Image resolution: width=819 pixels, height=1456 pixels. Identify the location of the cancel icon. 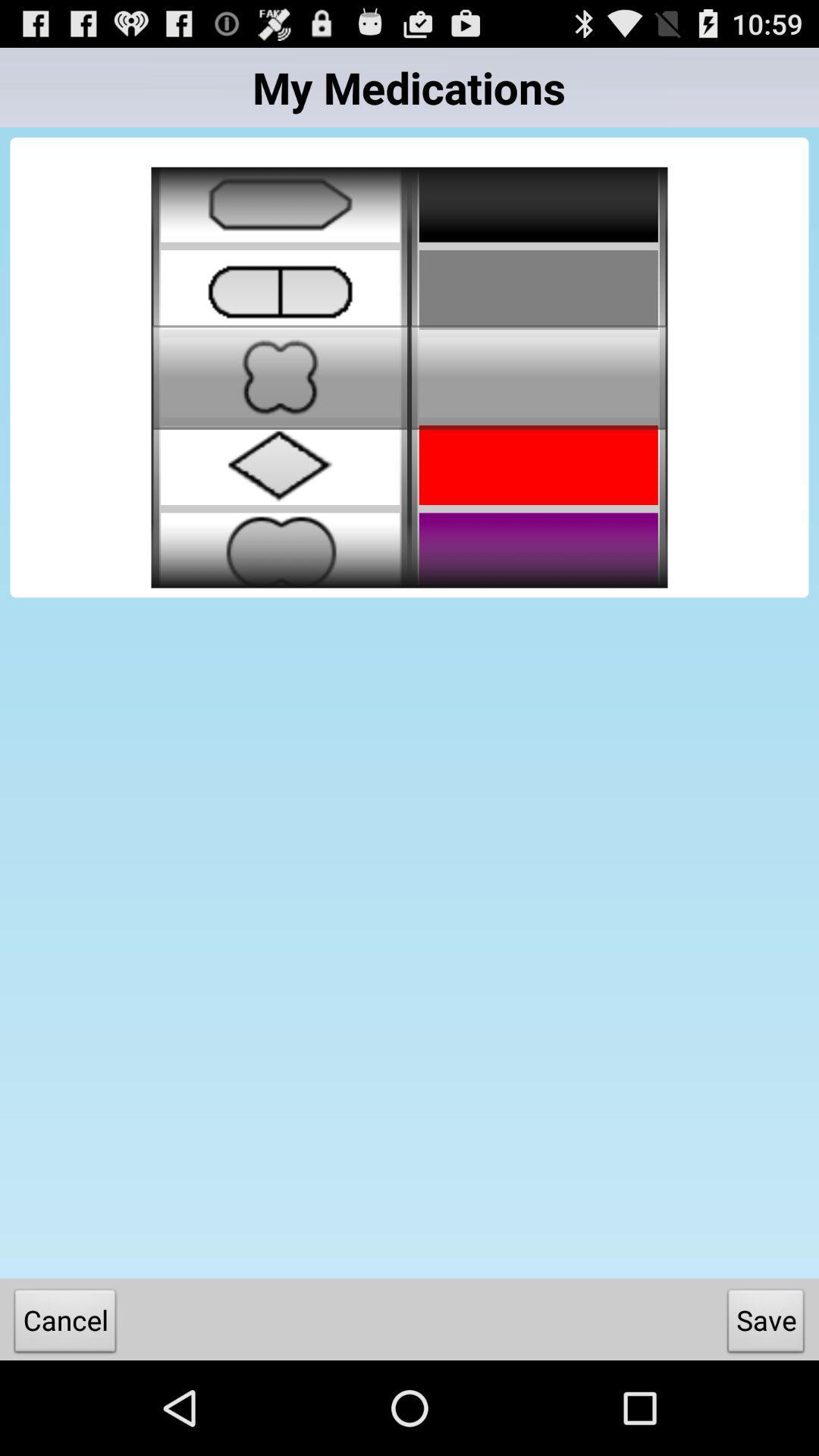
(64, 1323).